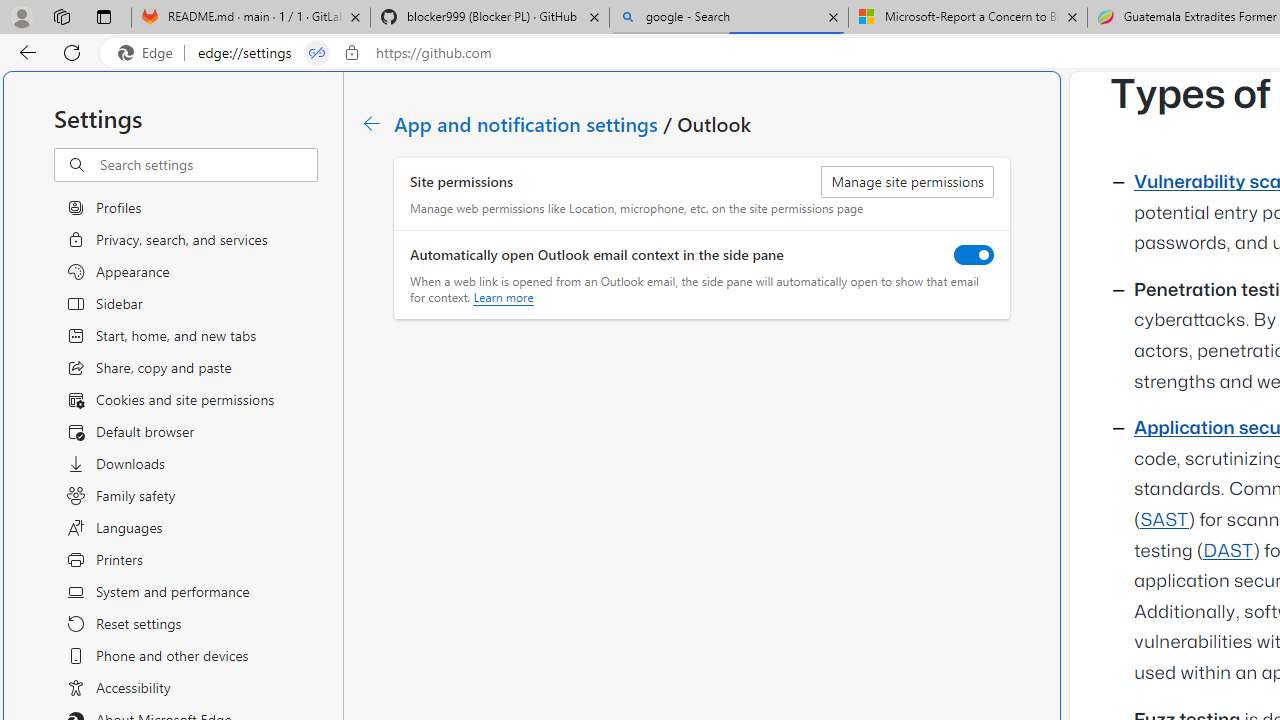 The width and height of the screenshot is (1280, 720). Describe the element at coordinates (1164, 519) in the screenshot. I see `'SAST'` at that location.